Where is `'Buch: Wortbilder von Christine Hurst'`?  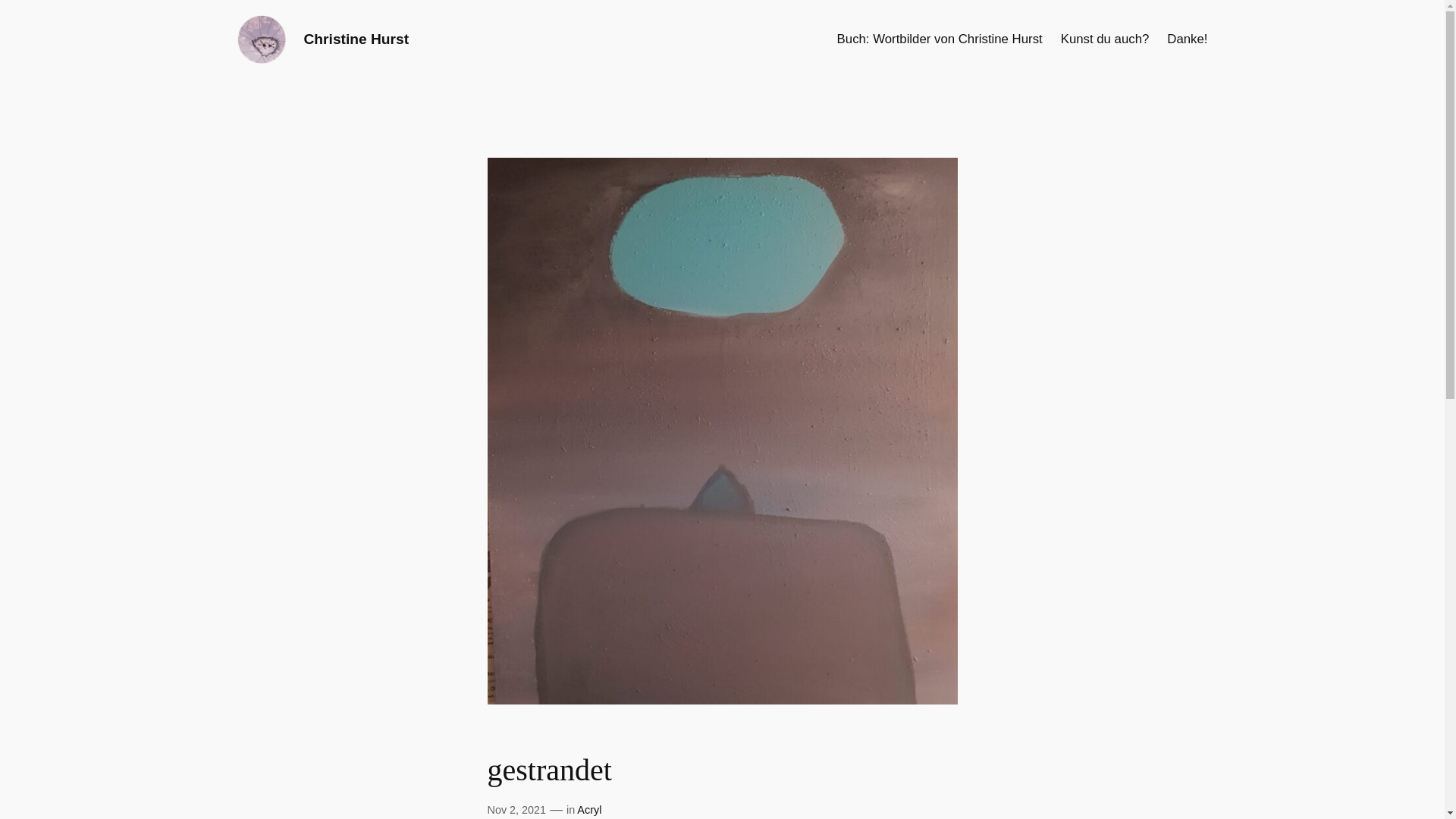 'Buch: Wortbilder von Christine Hurst' is located at coordinates (939, 38).